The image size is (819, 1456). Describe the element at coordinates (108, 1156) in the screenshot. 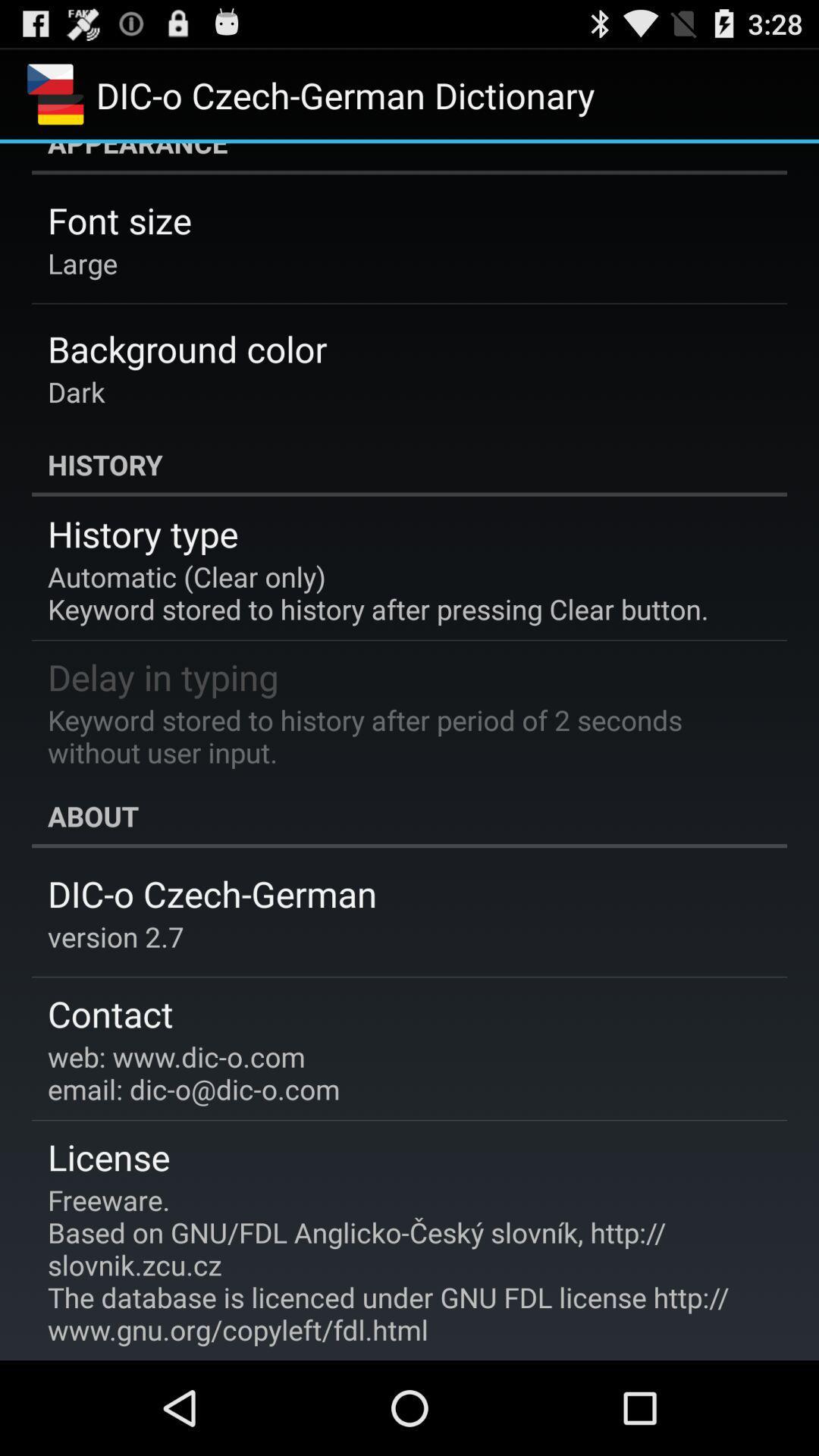

I see `the license` at that location.